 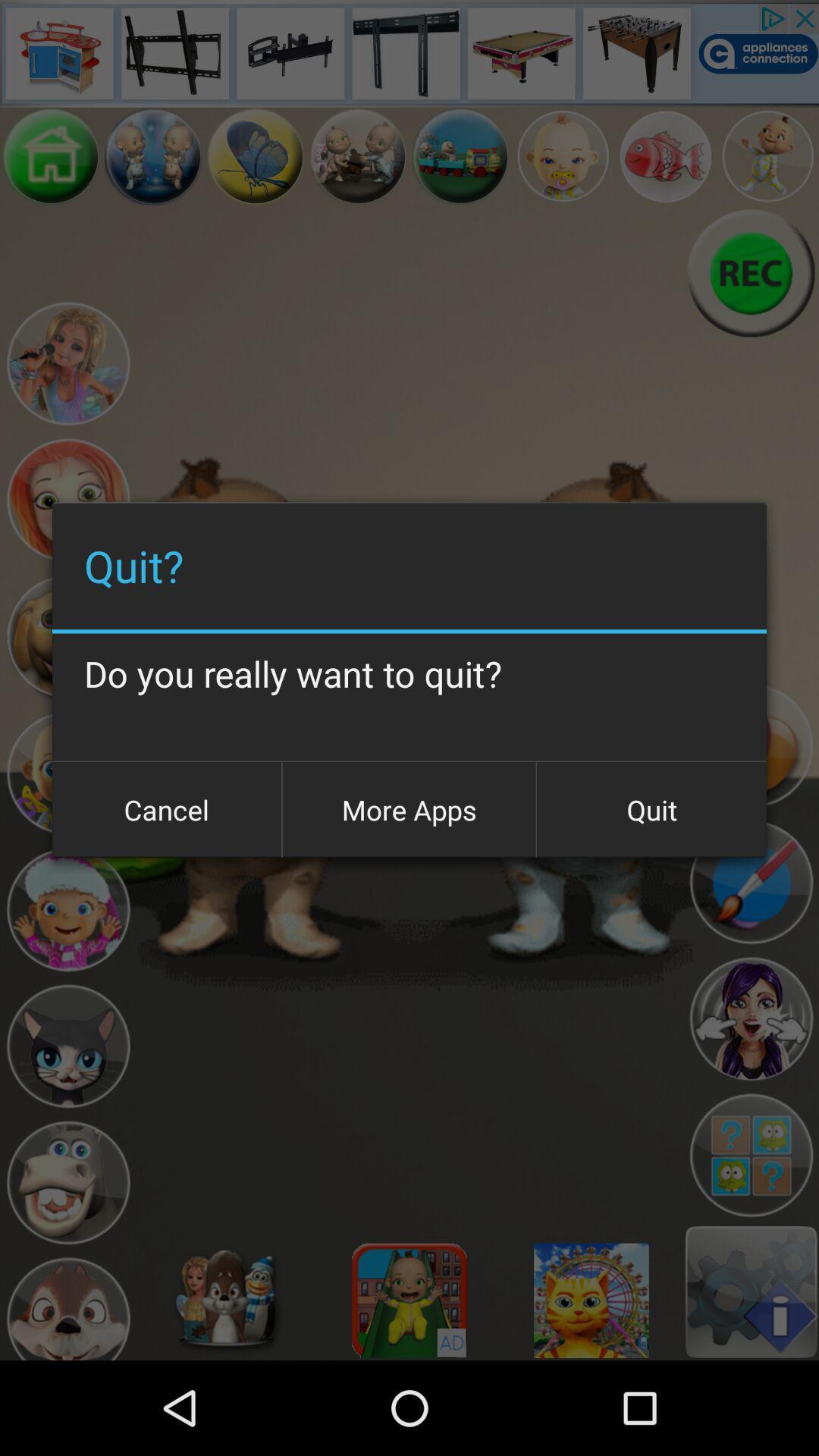 I want to click on in app advertisement, so click(x=409, y=53).